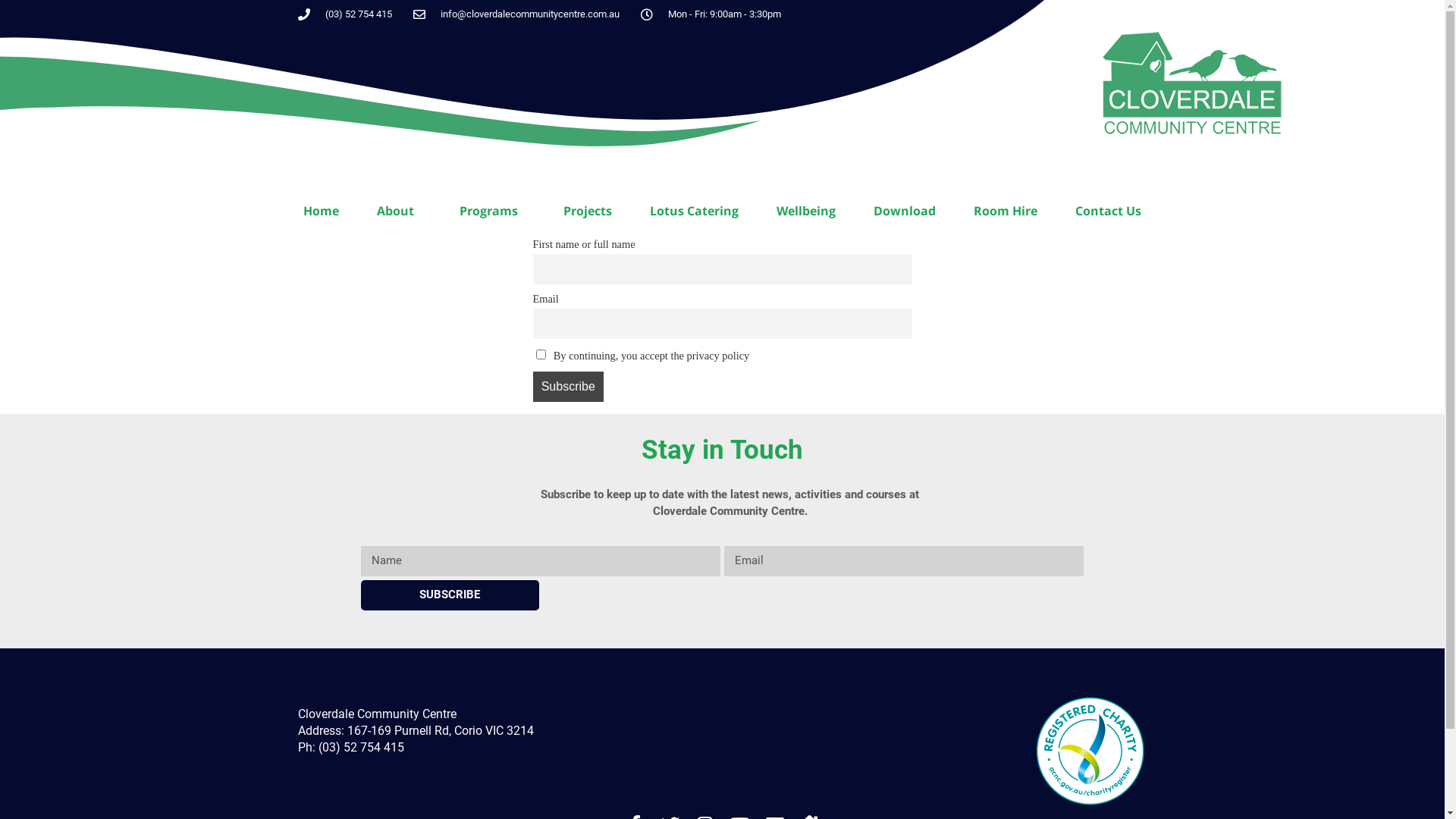 This screenshot has width=1456, height=819. I want to click on 'Room Hire', so click(1005, 210).